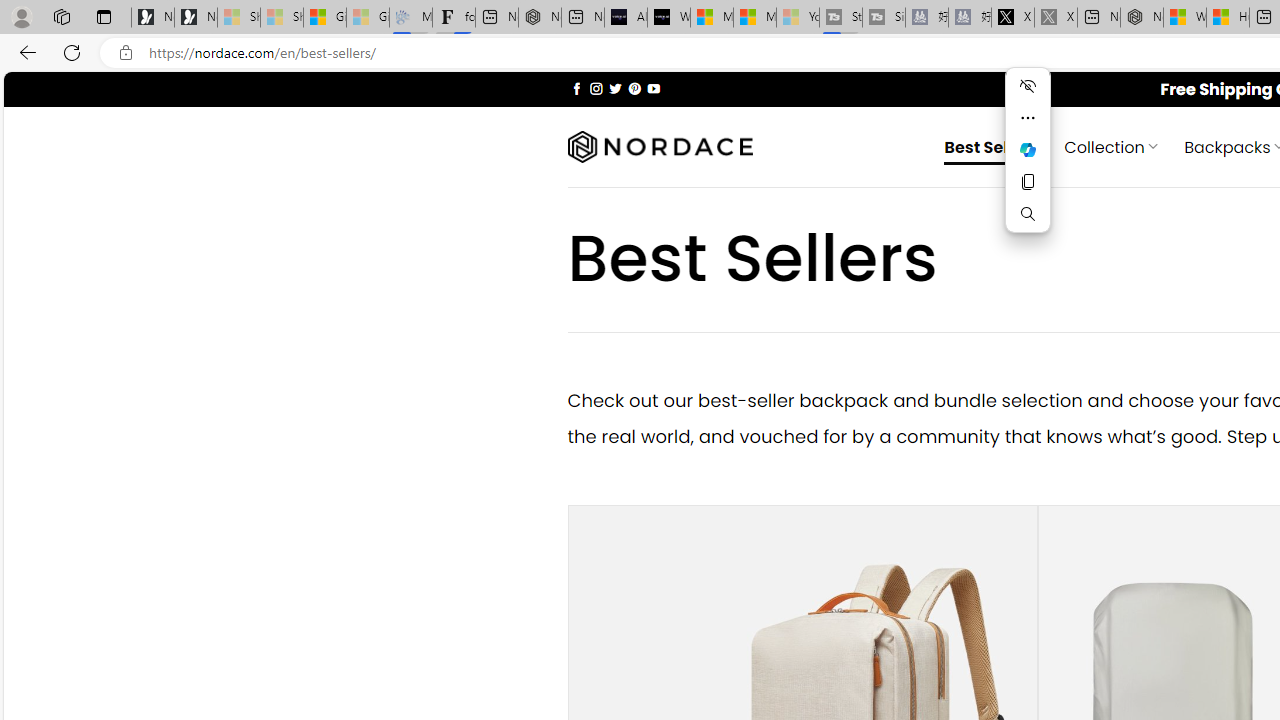 Image resolution: width=1280 pixels, height=720 pixels. What do you see at coordinates (1027, 85) in the screenshot?
I see `'Hide menu'` at bounding box center [1027, 85].